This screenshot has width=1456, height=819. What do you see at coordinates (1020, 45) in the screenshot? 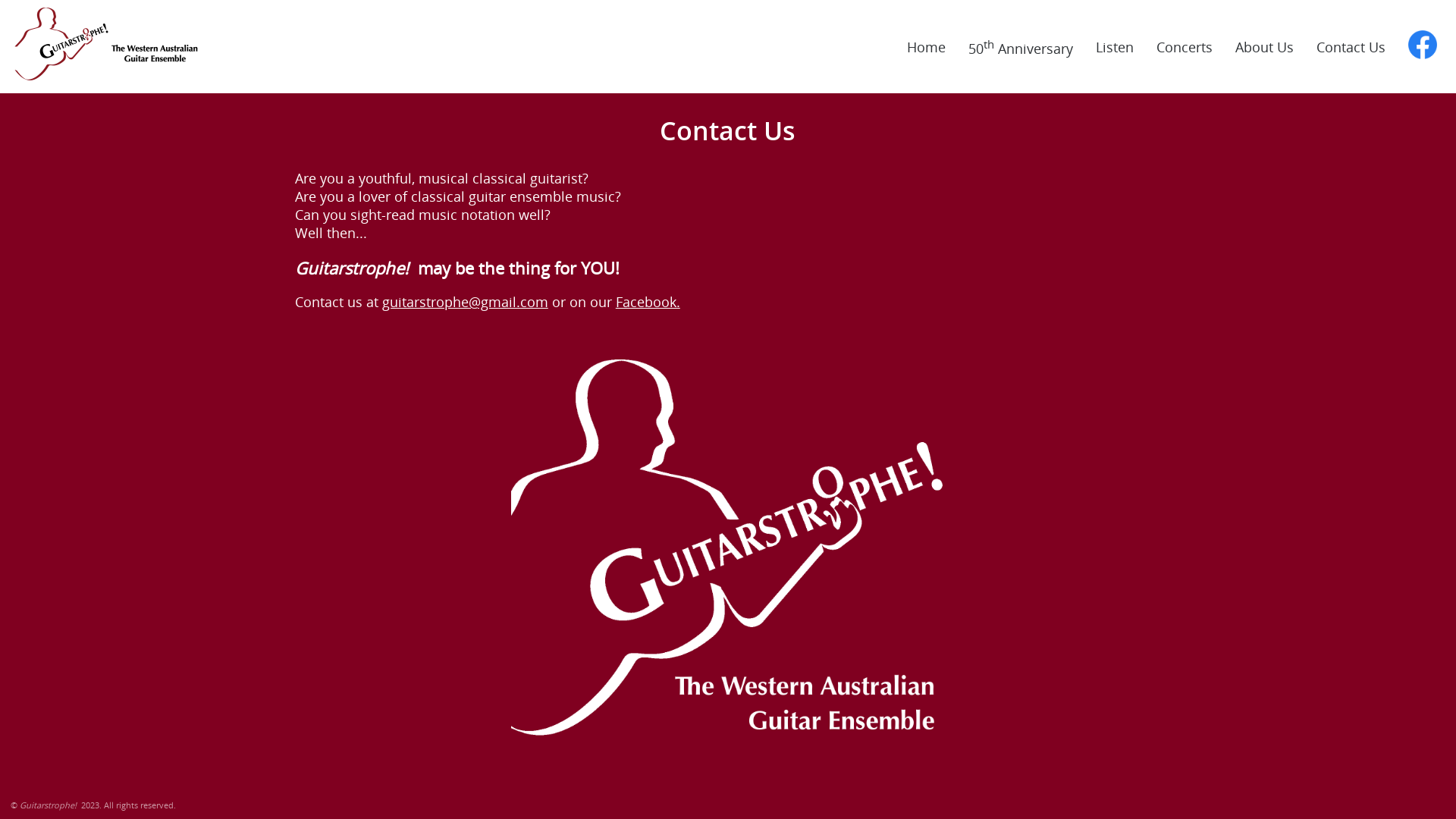
I see `'50th Anniversary'` at bounding box center [1020, 45].